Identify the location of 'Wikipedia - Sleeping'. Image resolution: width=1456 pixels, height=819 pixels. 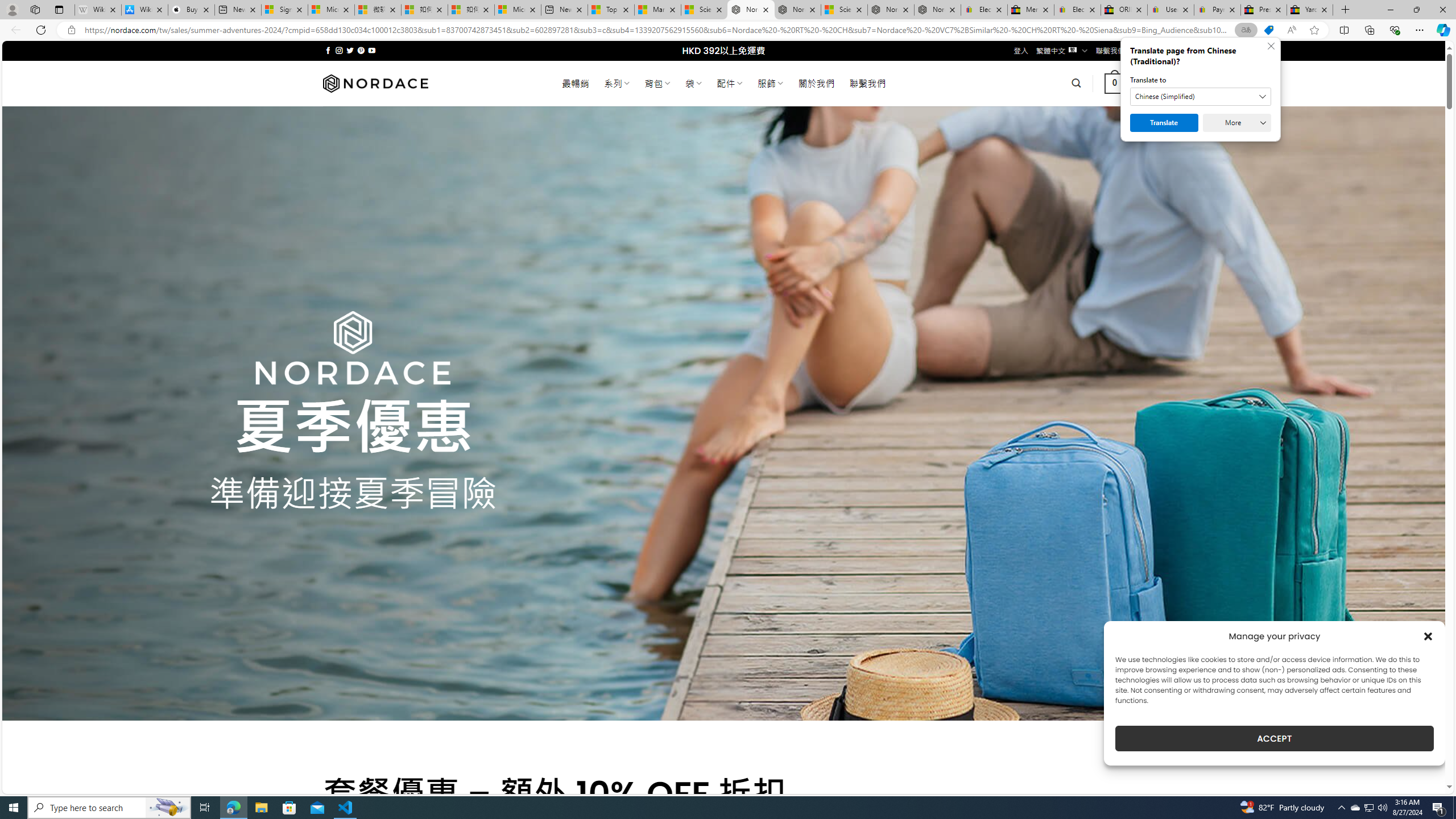
(97, 9).